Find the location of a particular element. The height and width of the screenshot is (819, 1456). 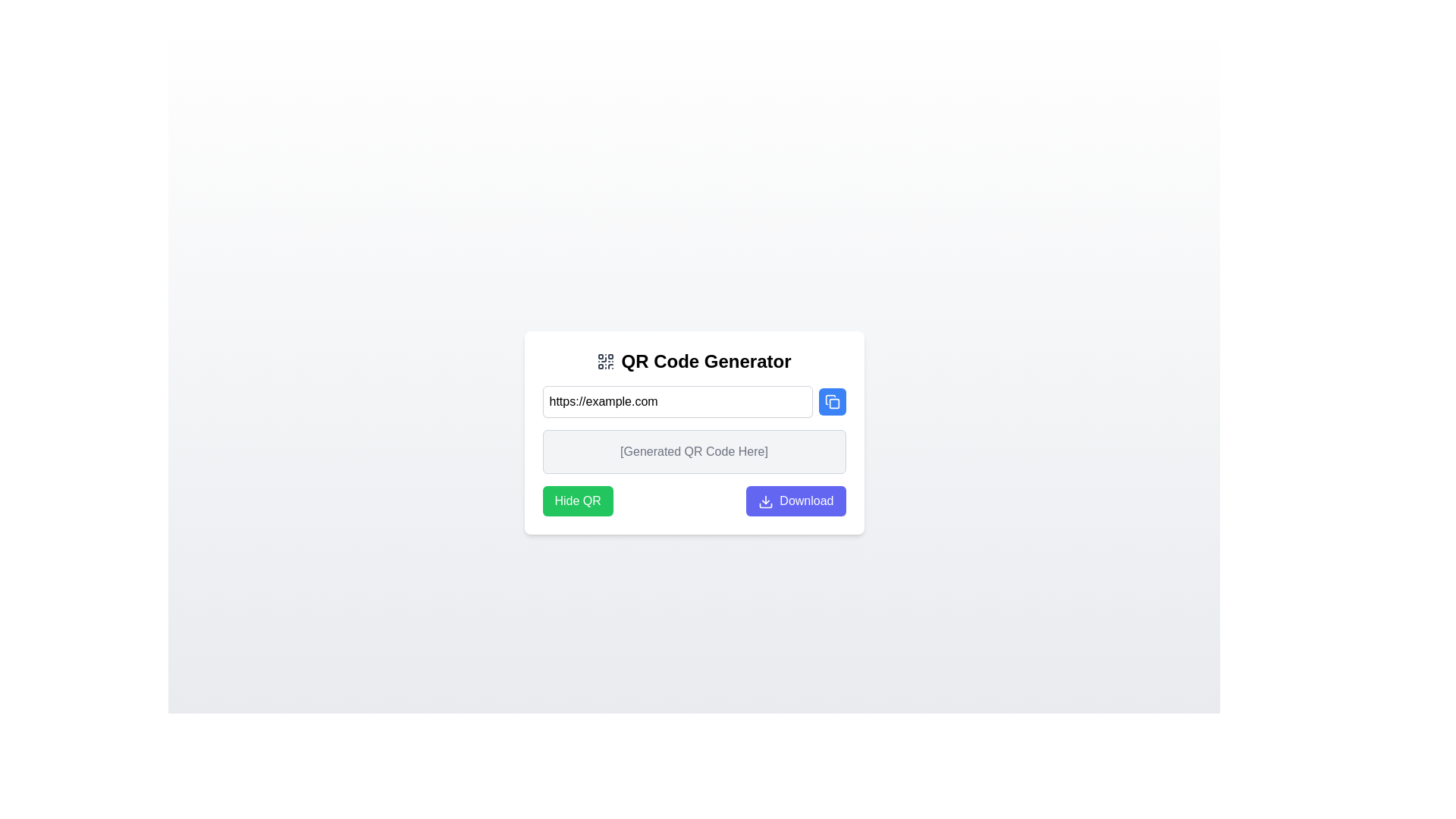

the 'QR Code Generator' text label with an icon component is located at coordinates (693, 362).